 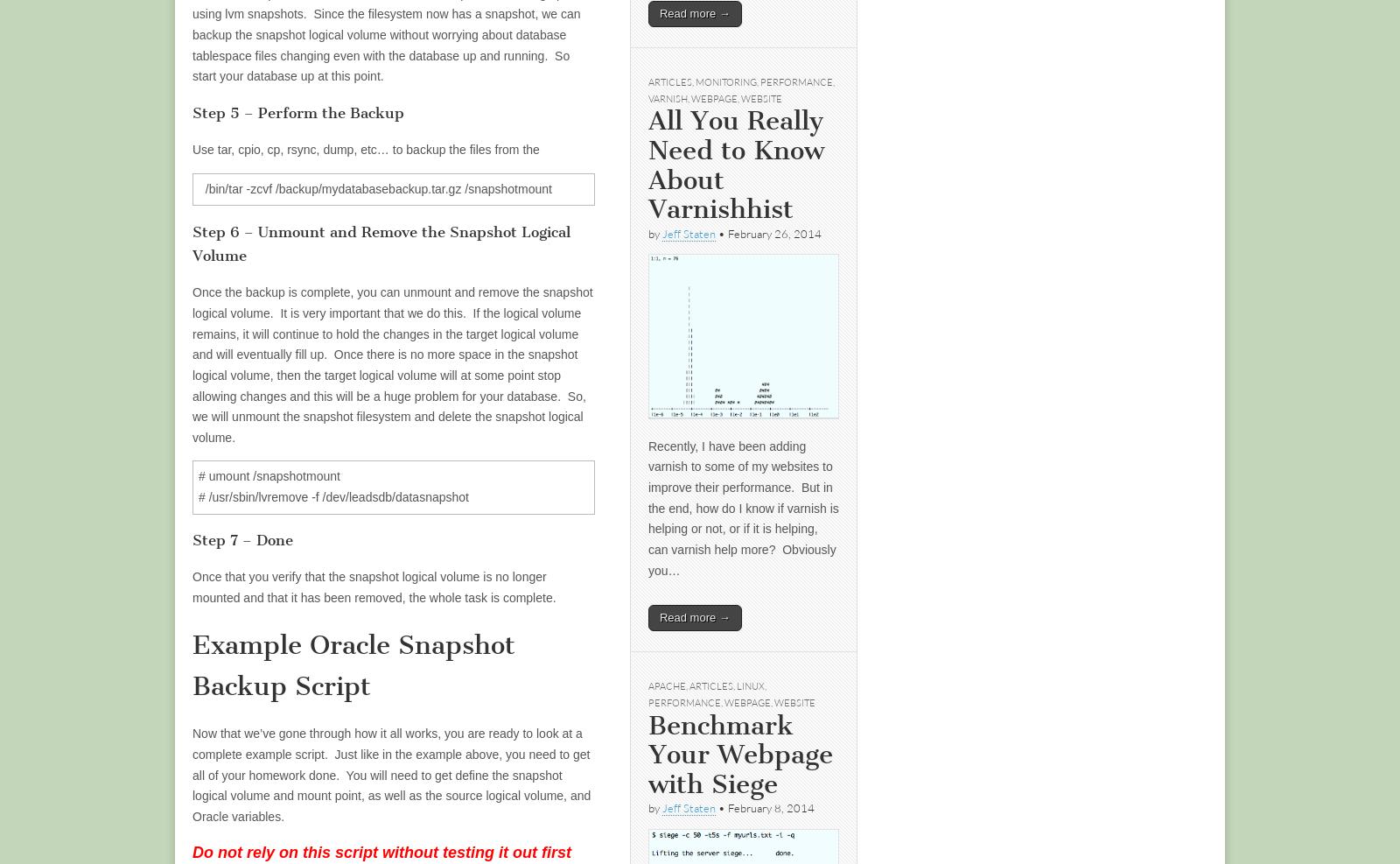 What do you see at coordinates (390, 774) in the screenshot?
I see `'Now that we’ve gone through how it all works, you are ready to look at a complete example script.  Just like in the example above, you need to get all of your homework done.  You will need to get define the snapshot logical volume and mount point, as well as the source logical volume, and Oracle variables.'` at bounding box center [390, 774].